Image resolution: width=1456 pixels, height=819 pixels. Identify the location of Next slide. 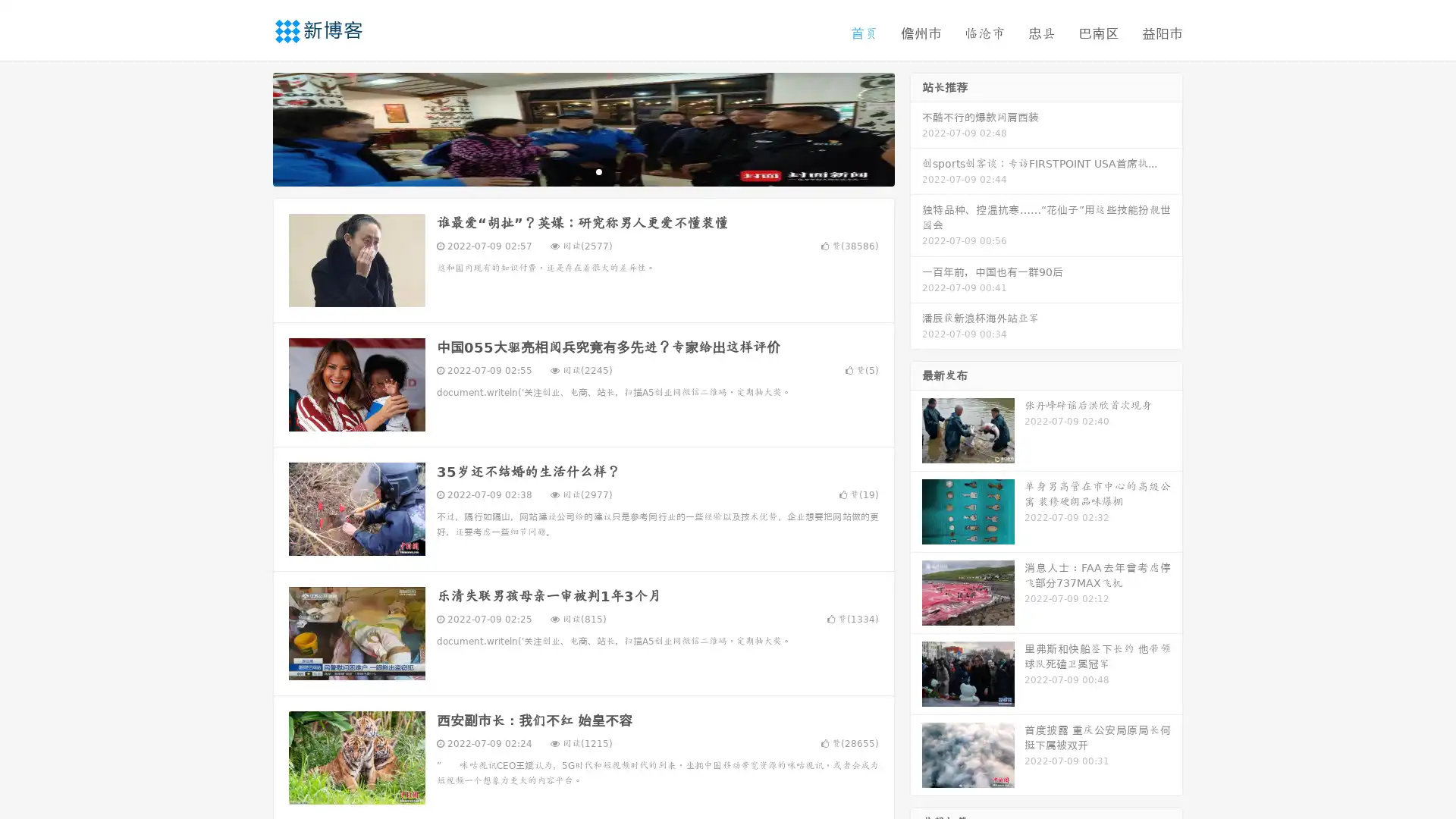
(916, 127).